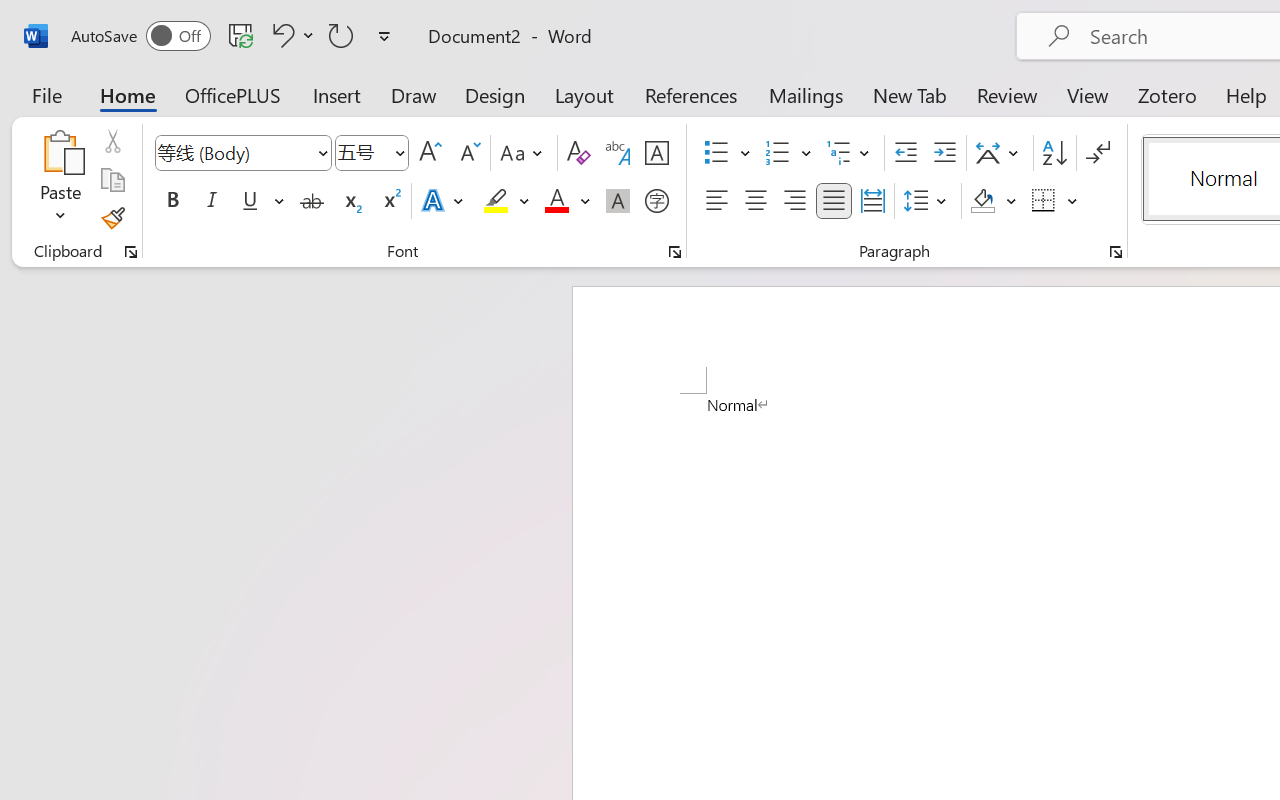 The width and height of the screenshot is (1280, 800). Describe the element at coordinates (139, 35) in the screenshot. I see `'AutoSave'` at that location.